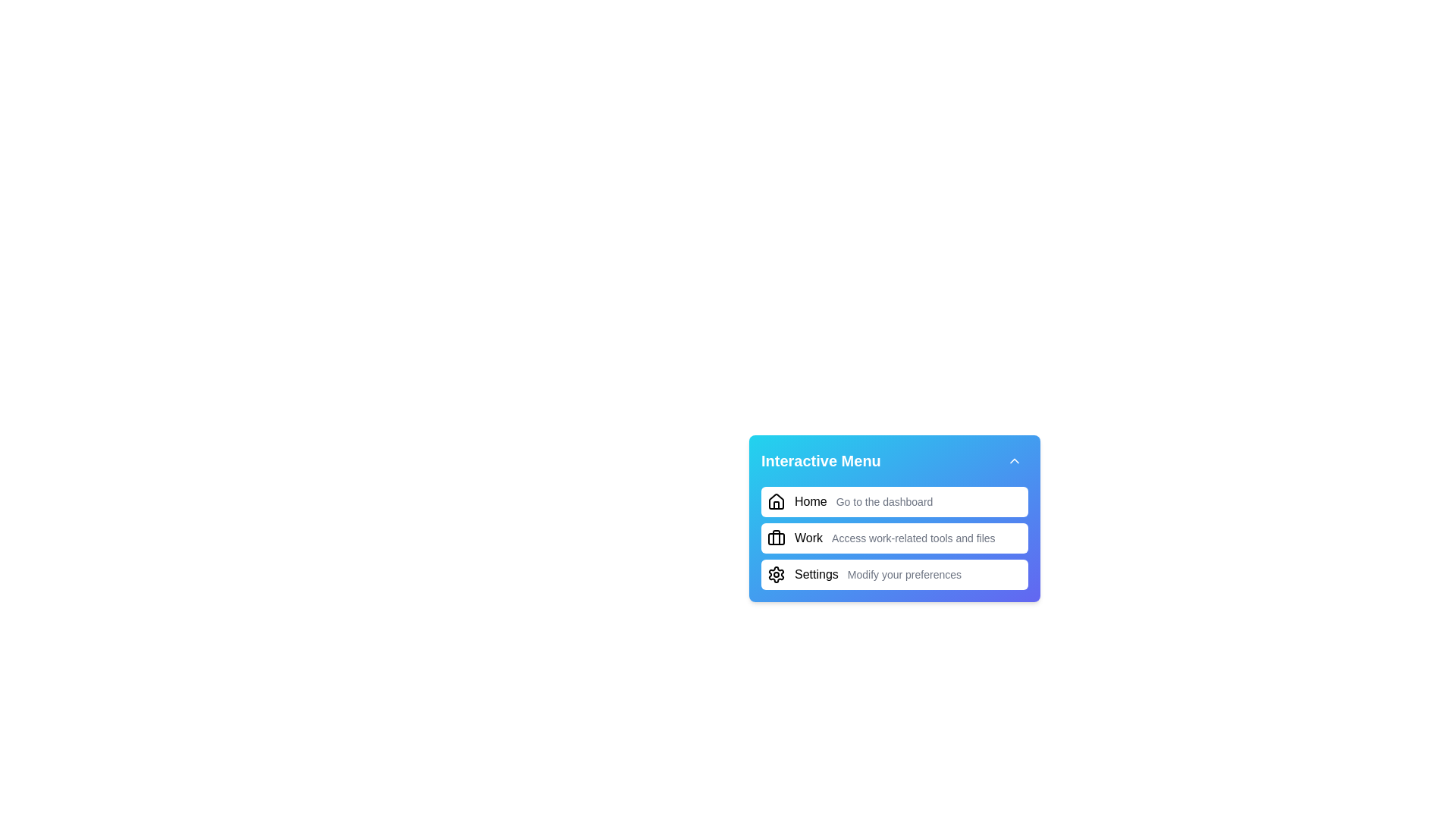 Image resolution: width=1456 pixels, height=819 pixels. I want to click on the 'Settings' icon in the menu, so click(776, 575).